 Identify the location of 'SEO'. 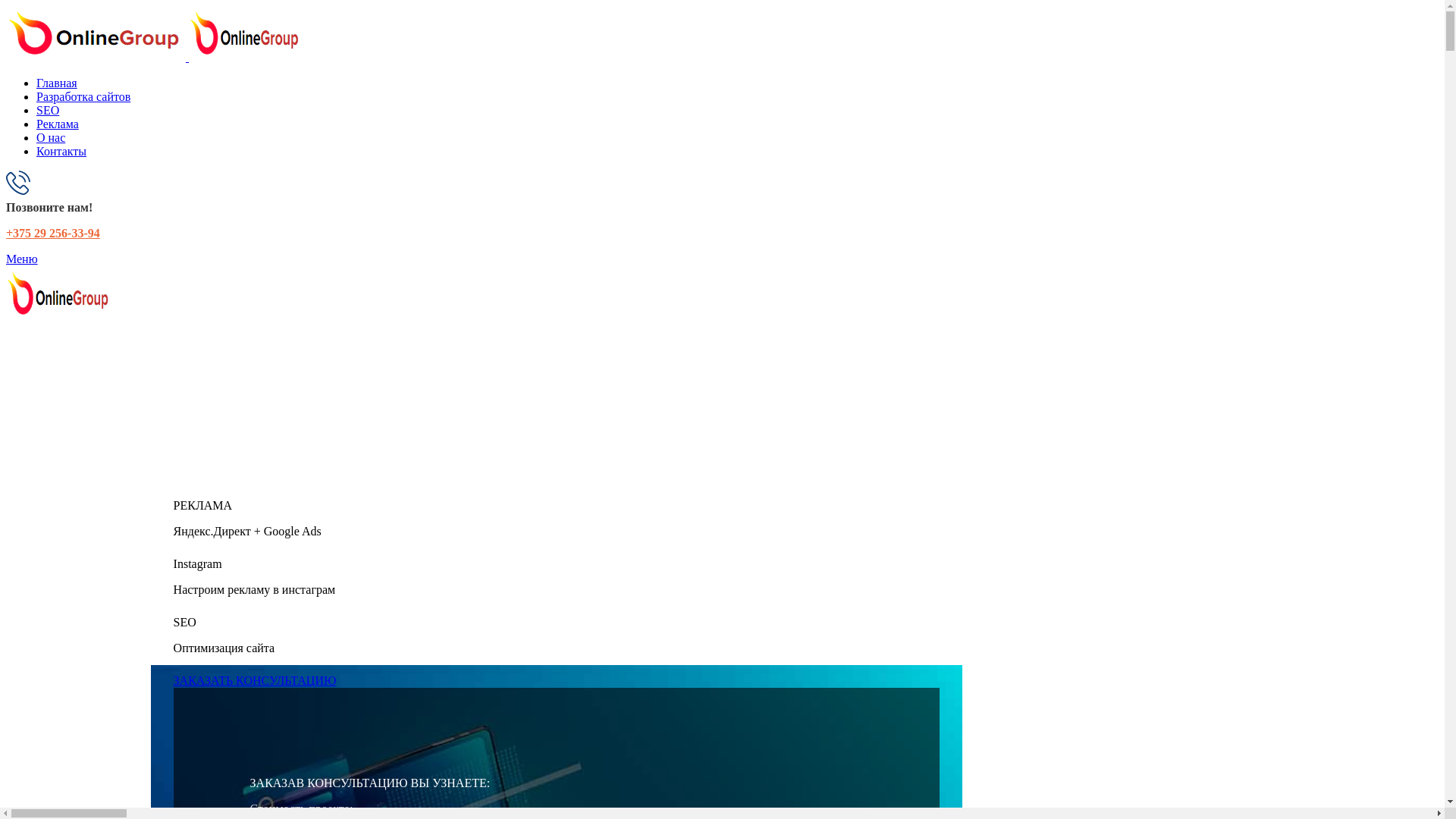
(47, 109).